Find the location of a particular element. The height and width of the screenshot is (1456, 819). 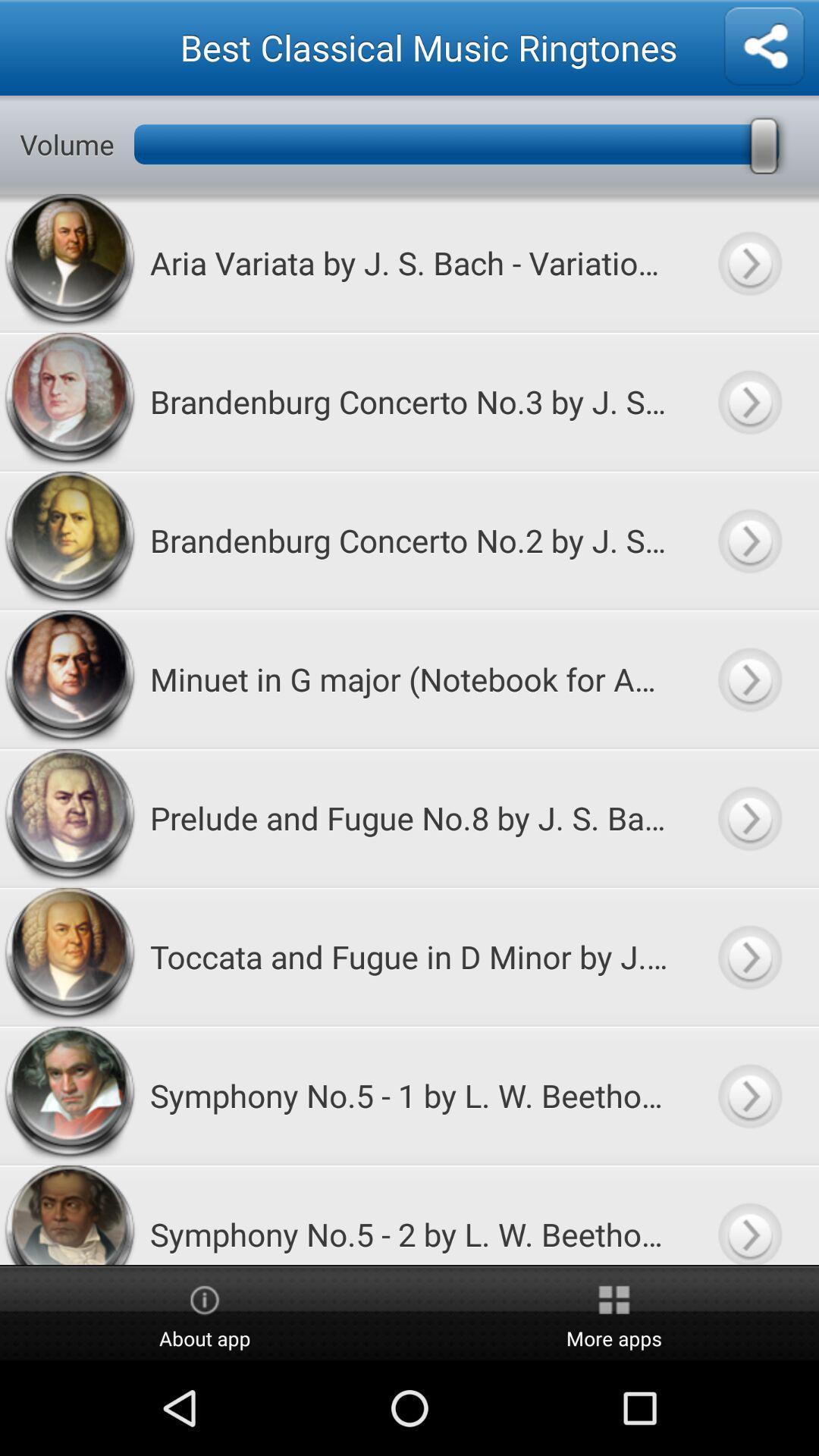

ringtone options is located at coordinates (764, 47).